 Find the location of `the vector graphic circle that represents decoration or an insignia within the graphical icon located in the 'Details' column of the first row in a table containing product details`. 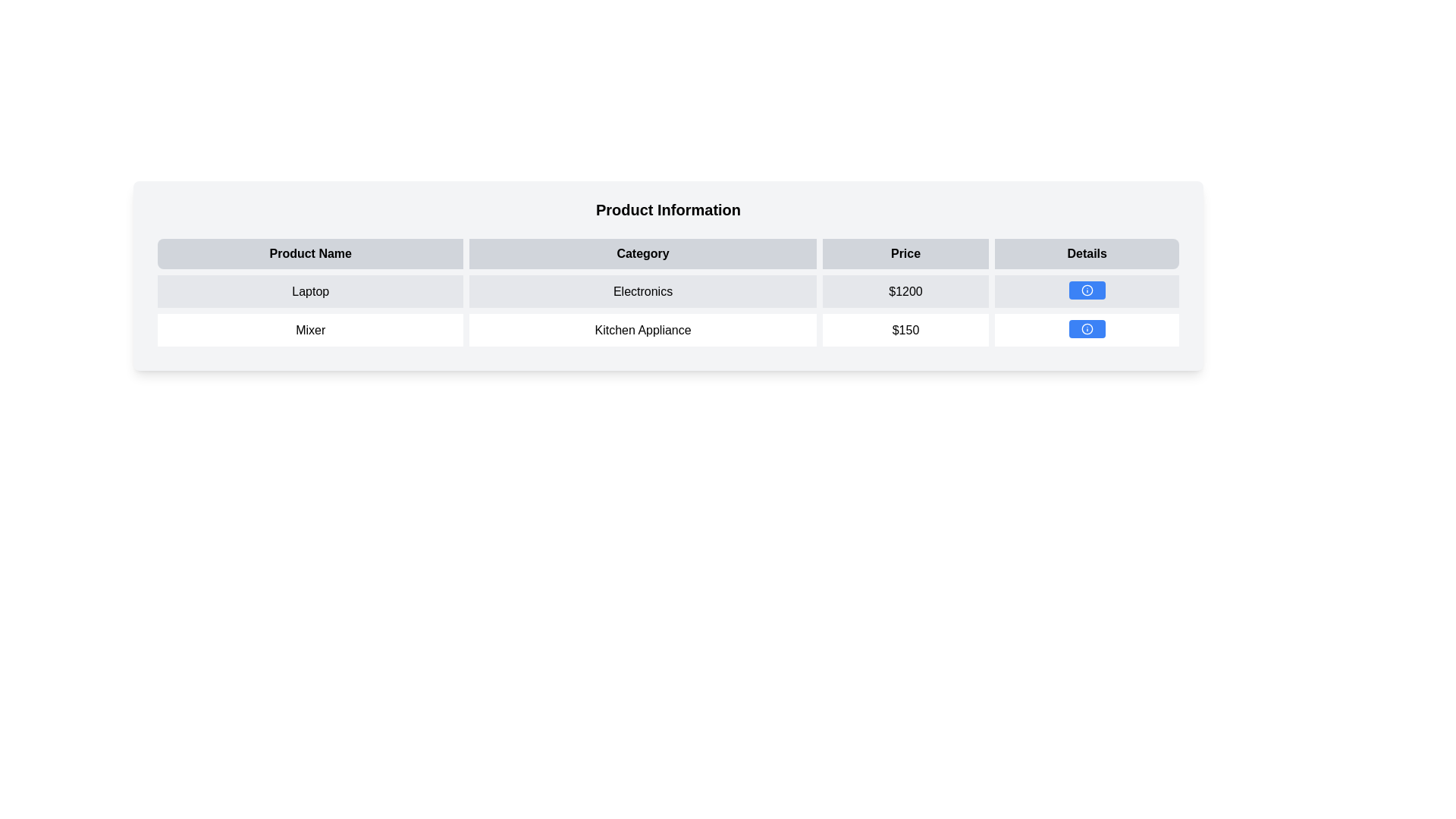

the vector graphic circle that represents decoration or an insignia within the graphical icon located in the 'Details' column of the first row in a table containing product details is located at coordinates (1086, 328).